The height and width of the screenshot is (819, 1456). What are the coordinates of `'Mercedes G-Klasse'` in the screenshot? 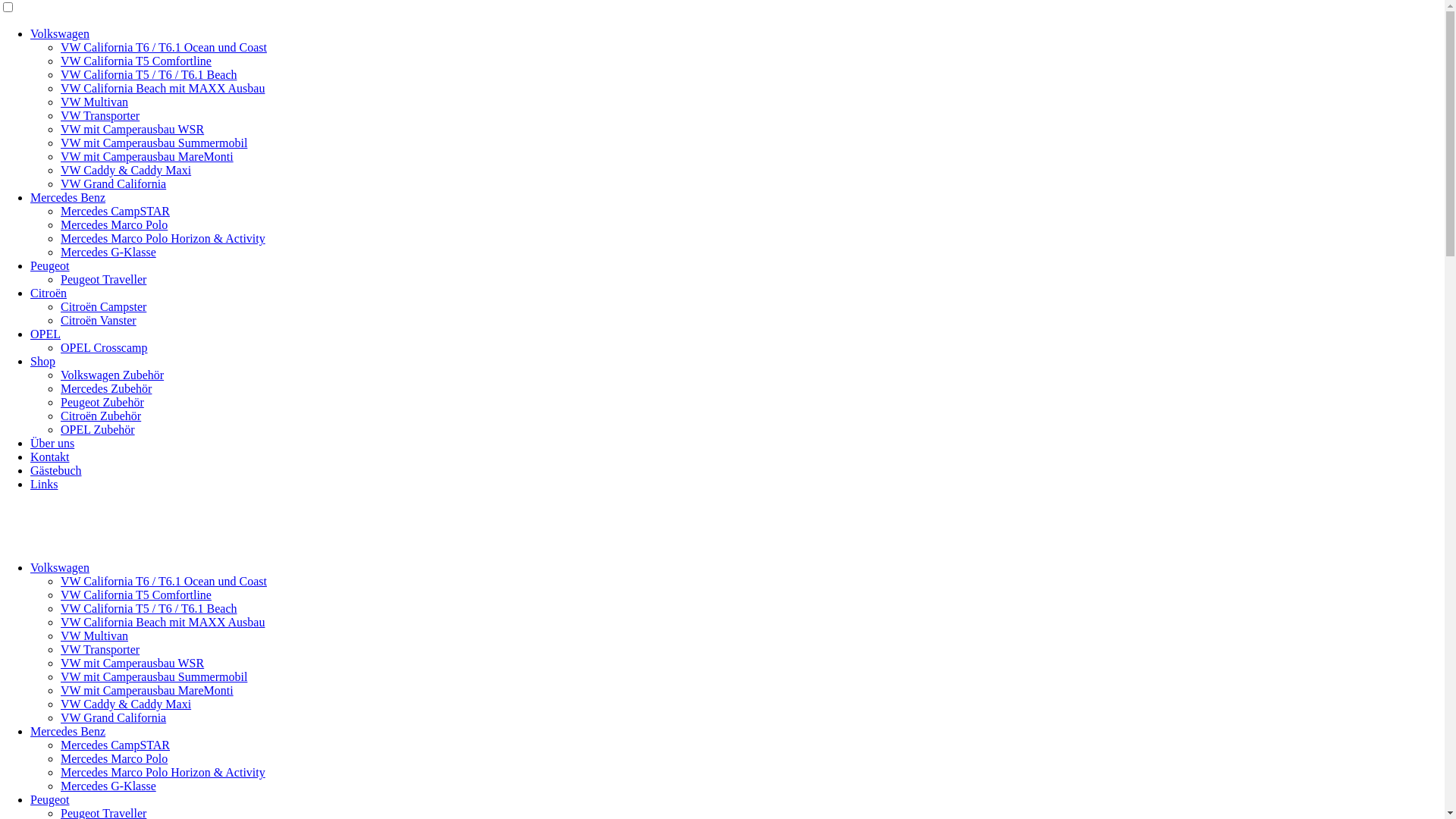 It's located at (108, 251).